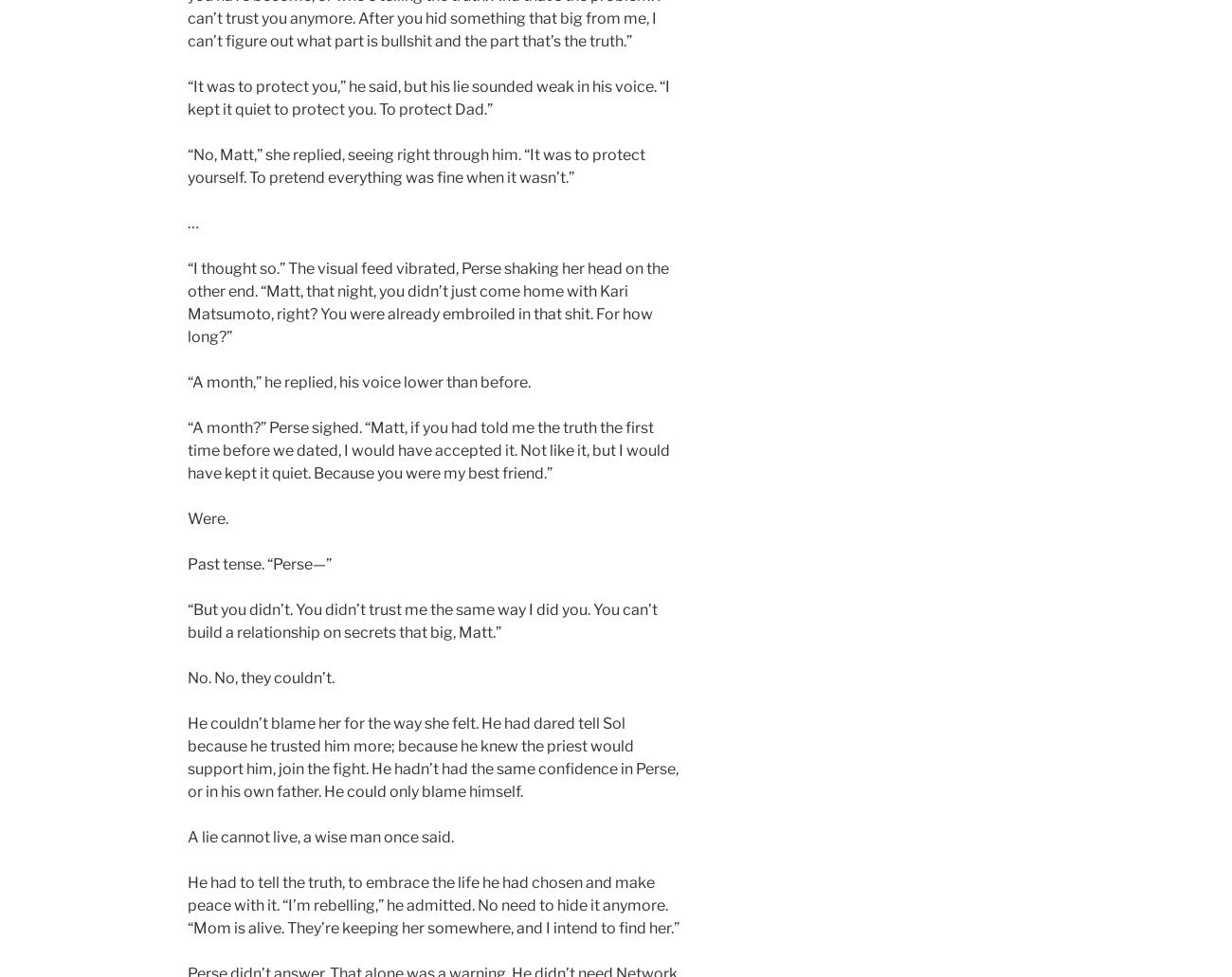  I want to click on '“A month,” he replied, his voice lower than before.', so click(187, 381).